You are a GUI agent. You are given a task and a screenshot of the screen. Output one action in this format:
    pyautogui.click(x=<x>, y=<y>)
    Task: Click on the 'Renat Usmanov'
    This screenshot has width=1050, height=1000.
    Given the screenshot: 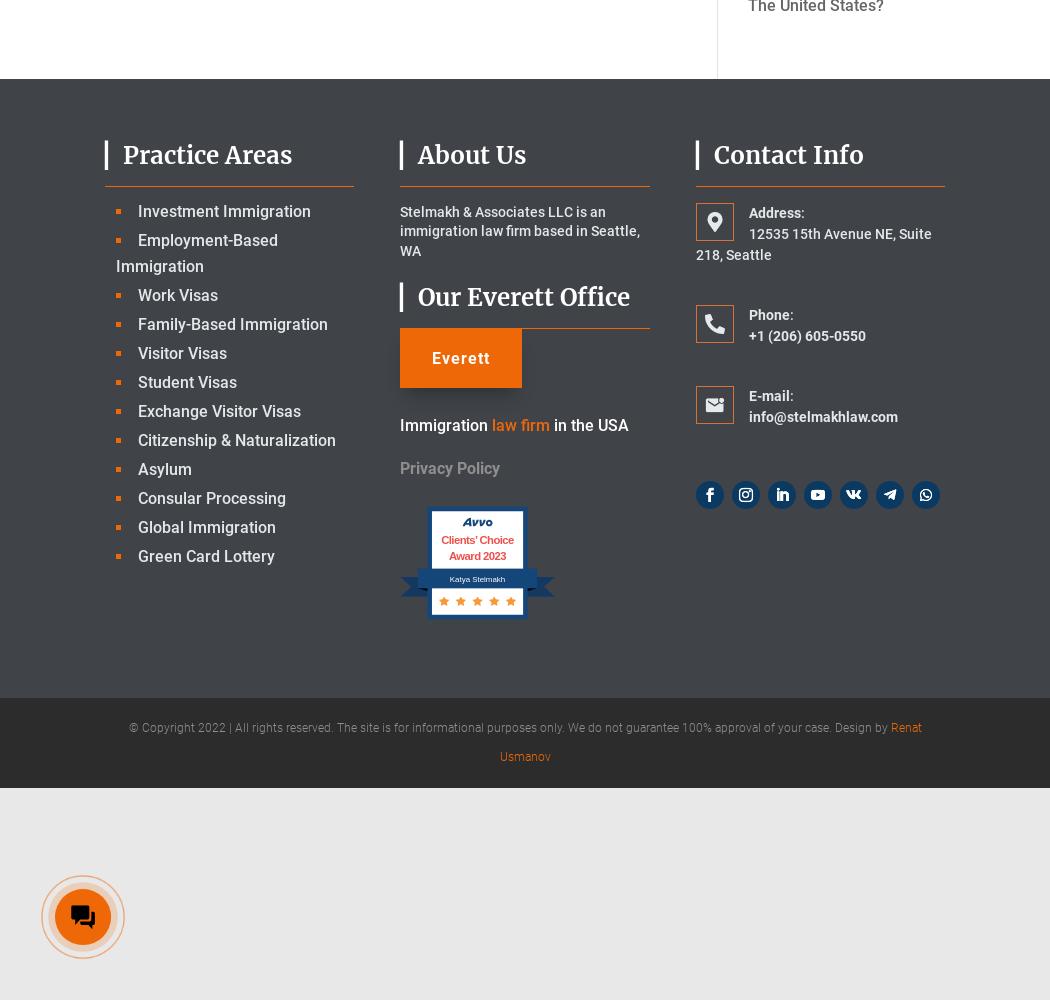 What is the action you would take?
    pyautogui.click(x=710, y=740)
    